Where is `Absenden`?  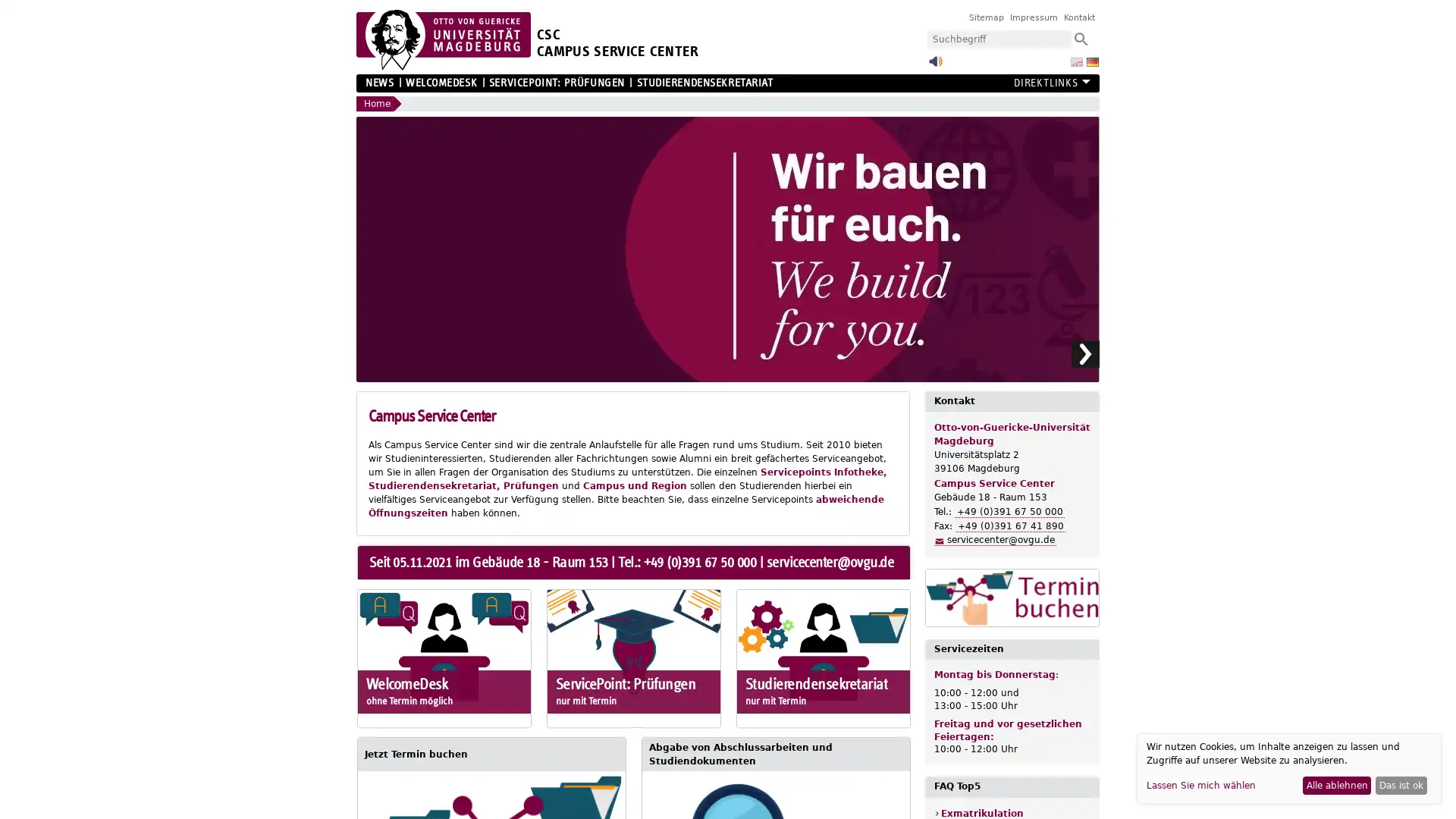 Absenden is located at coordinates (1080, 38).